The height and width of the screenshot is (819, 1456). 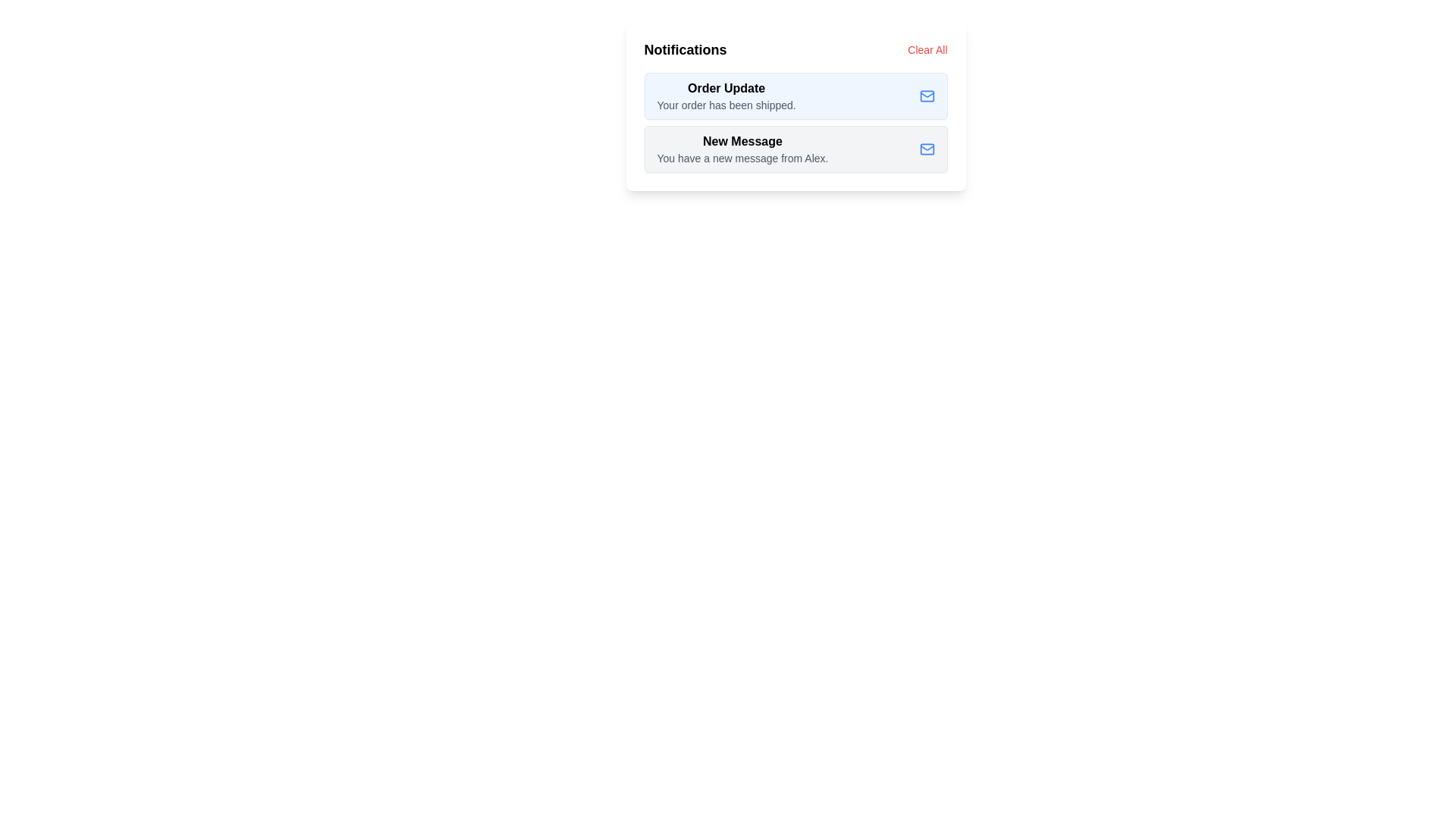 What do you see at coordinates (726, 88) in the screenshot?
I see `the static text element styled as a heading within the notification card that summarizes the content of the notification, located under the header 'Notifications'` at bounding box center [726, 88].